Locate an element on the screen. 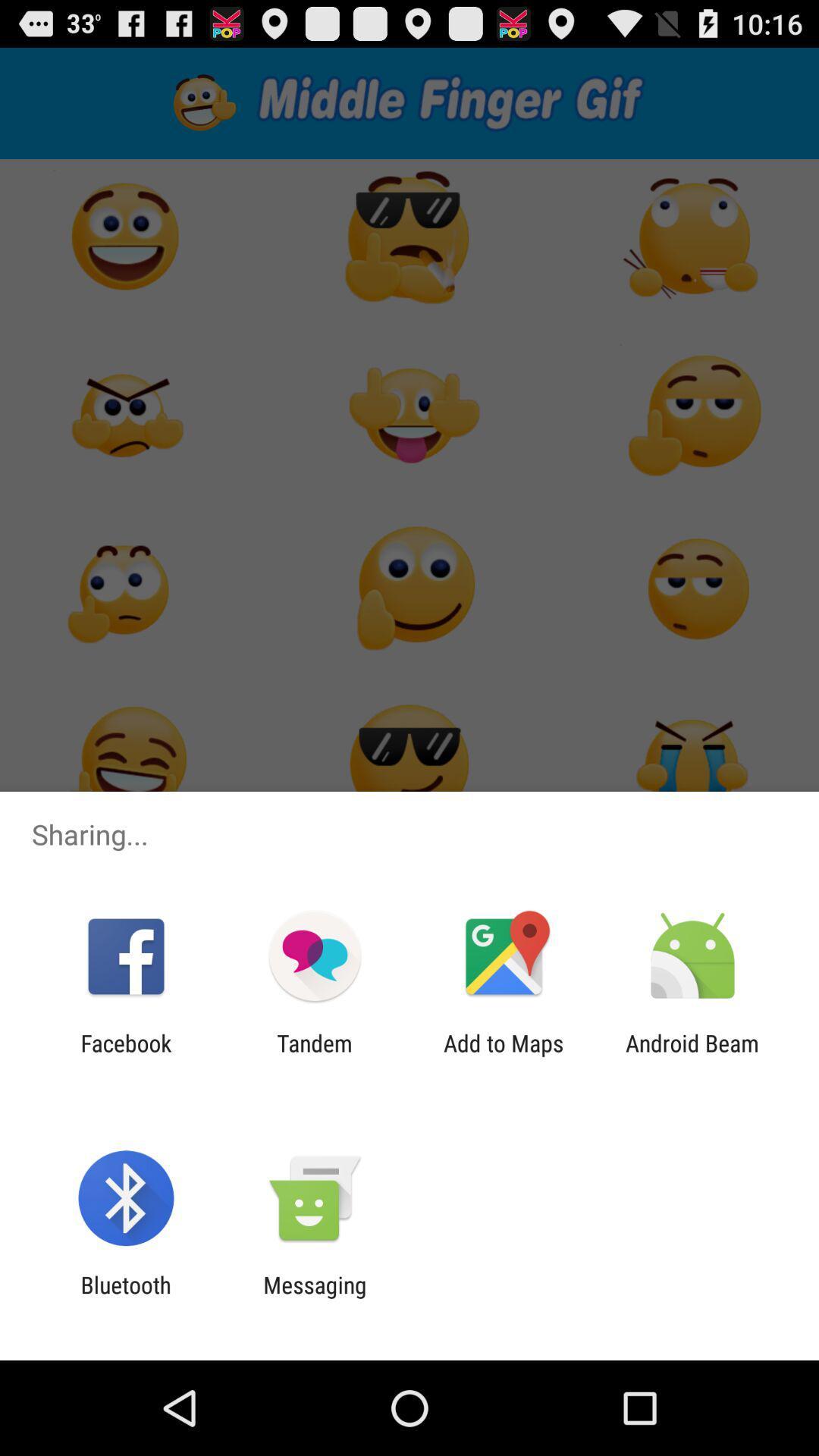 This screenshot has height=1456, width=819. the tandem is located at coordinates (314, 1056).